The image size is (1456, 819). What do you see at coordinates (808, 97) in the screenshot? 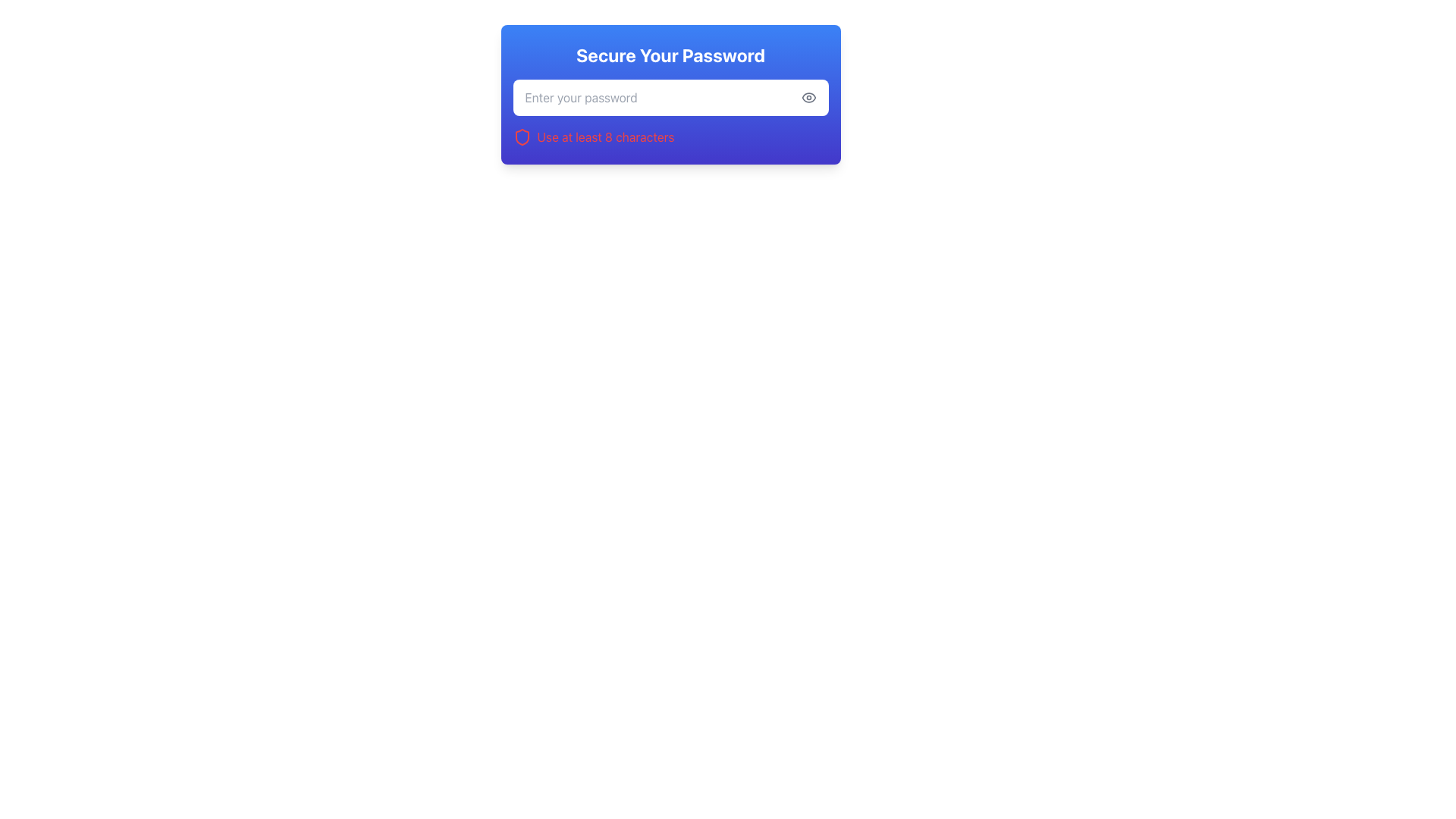
I see `the eye icon element that serves as a visibility toggle for the password field` at bounding box center [808, 97].